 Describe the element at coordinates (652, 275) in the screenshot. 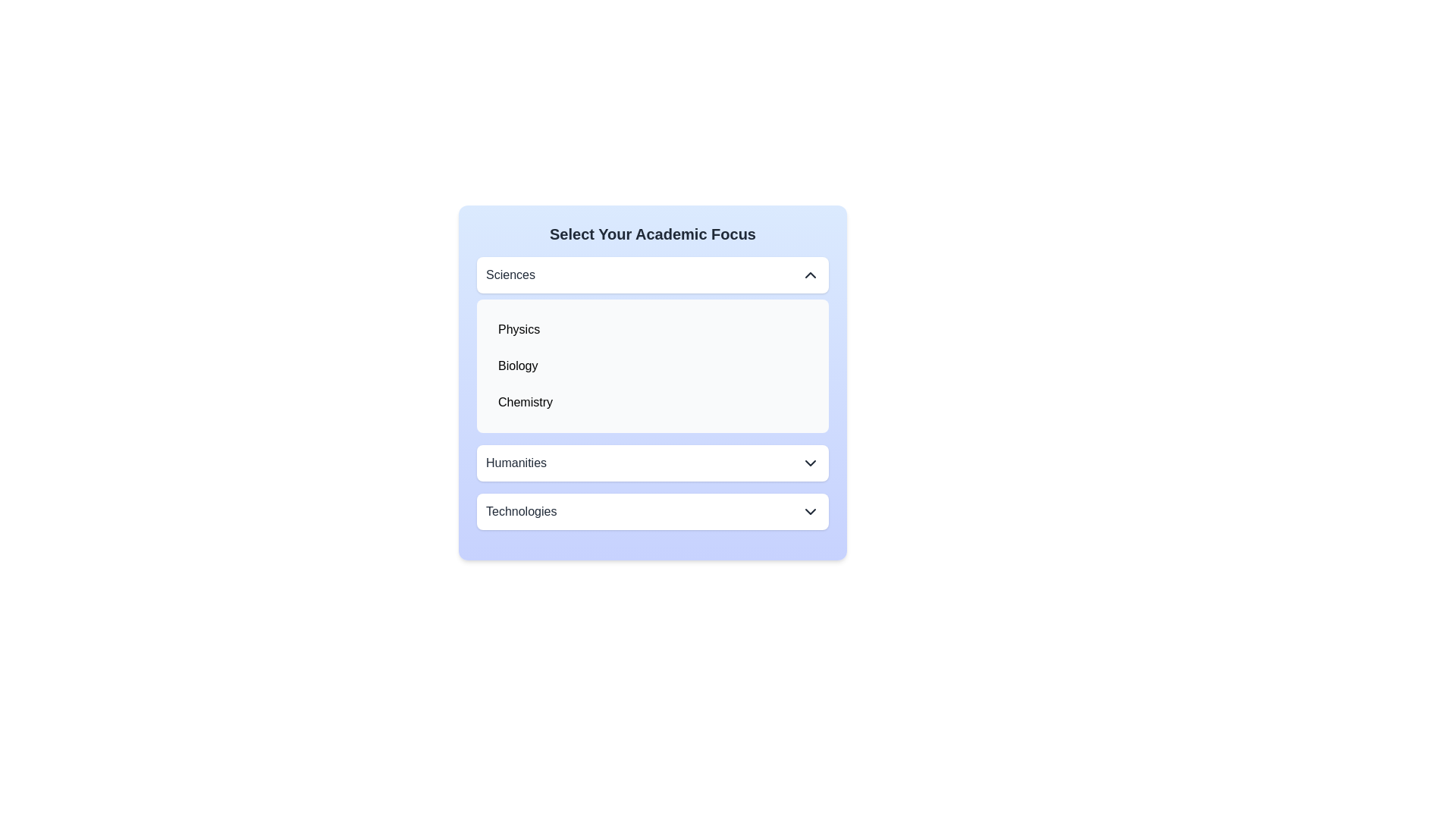

I see `the dropdown menu option labeled 'Sciences', which is the top option in the academic focus categories list` at that location.